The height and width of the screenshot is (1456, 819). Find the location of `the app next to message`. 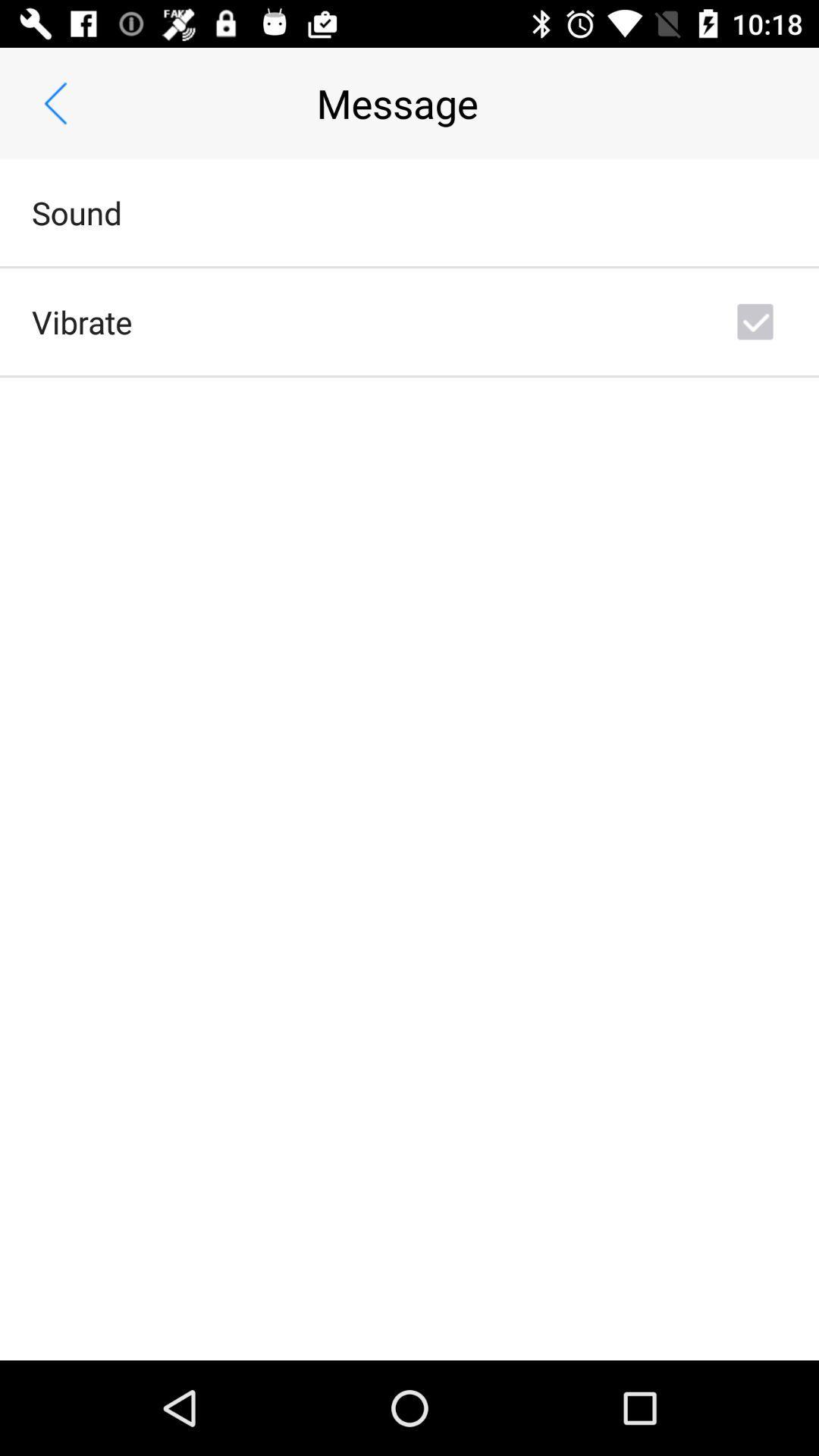

the app next to message is located at coordinates (55, 102).